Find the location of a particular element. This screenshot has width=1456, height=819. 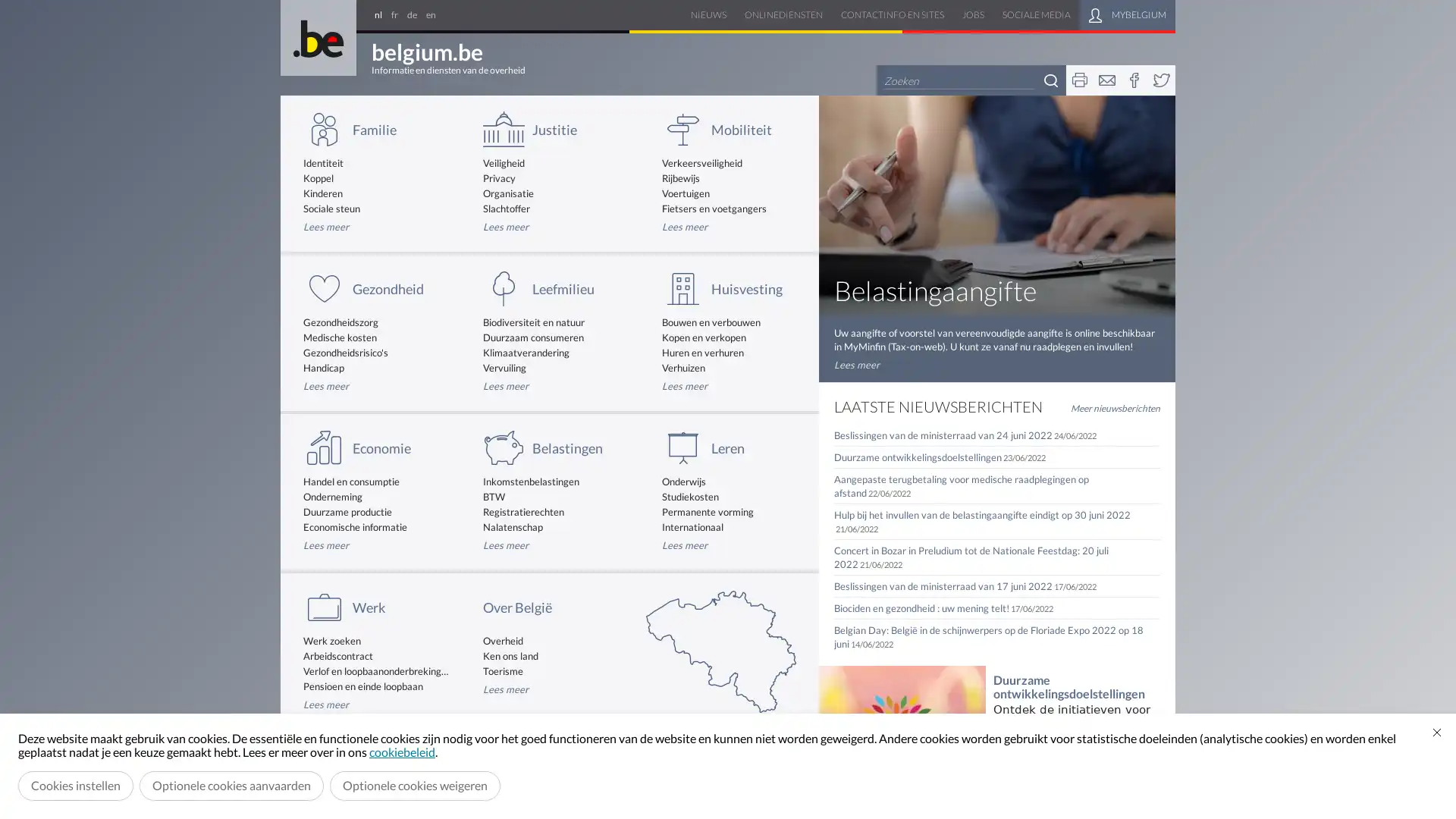

Optionele cookies aanvaarden is located at coordinates (231, 785).